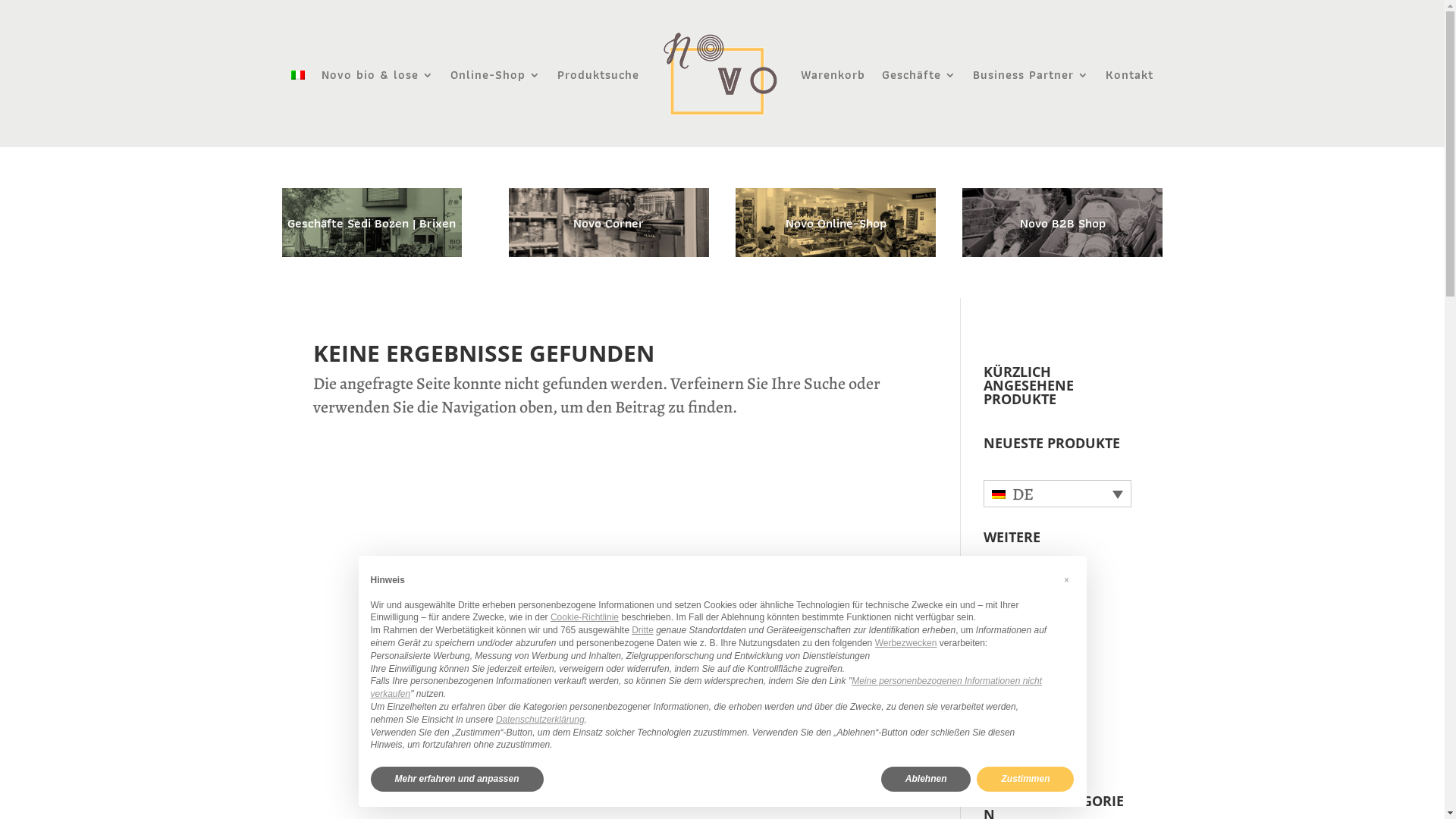  Describe the element at coordinates (925, 779) in the screenshot. I see `'Ablehnen'` at that location.